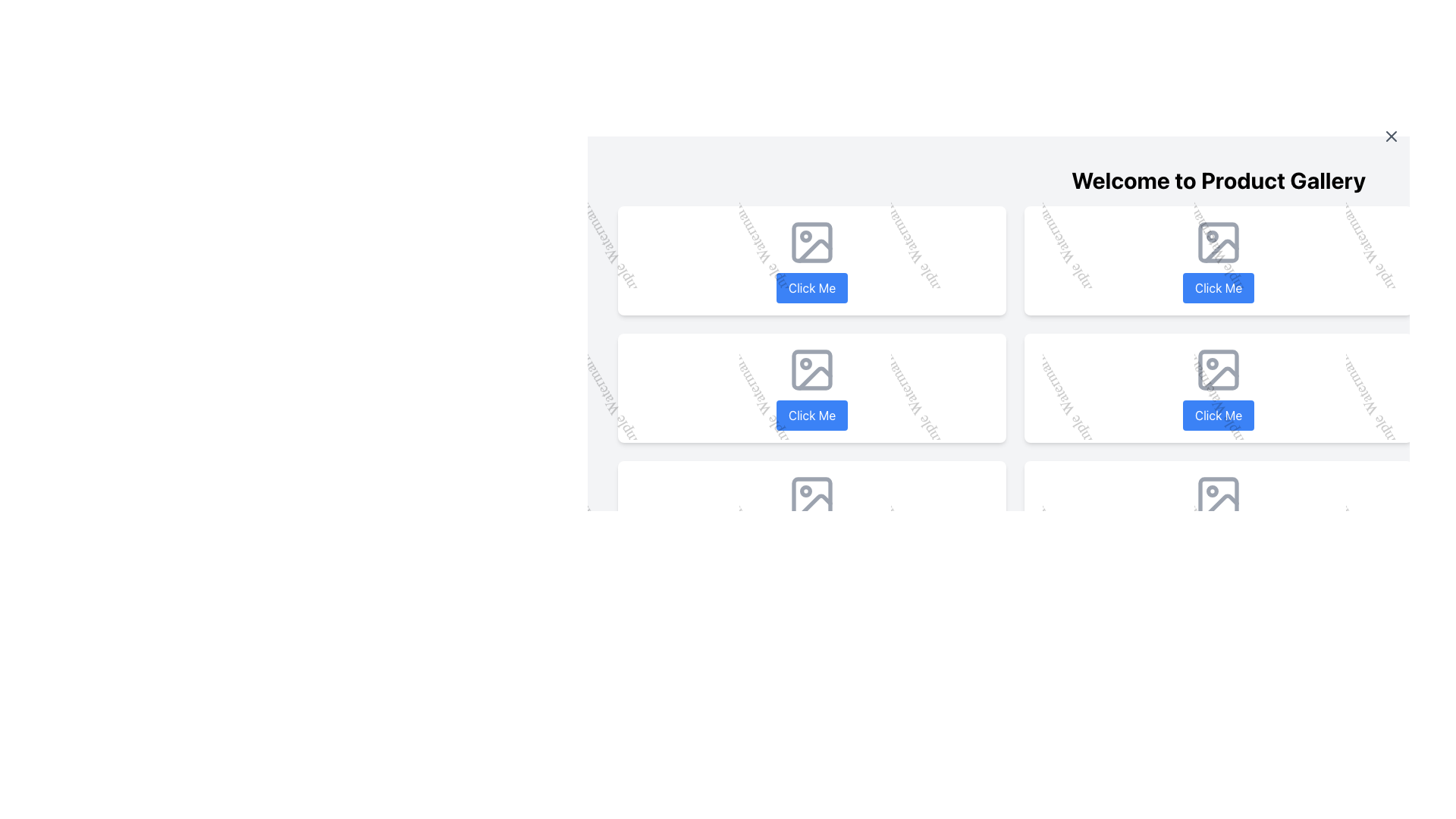 The height and width of the screenshot is (819, 1456). What do you see at coordinates (1219, 370) in the screenshot?
I see `the SVG rectangular shape with rounded corners that is part of the 'lucide-image' icon located in the second column of the bottom row of the displayed grid` at bounding box center [1219, 370].